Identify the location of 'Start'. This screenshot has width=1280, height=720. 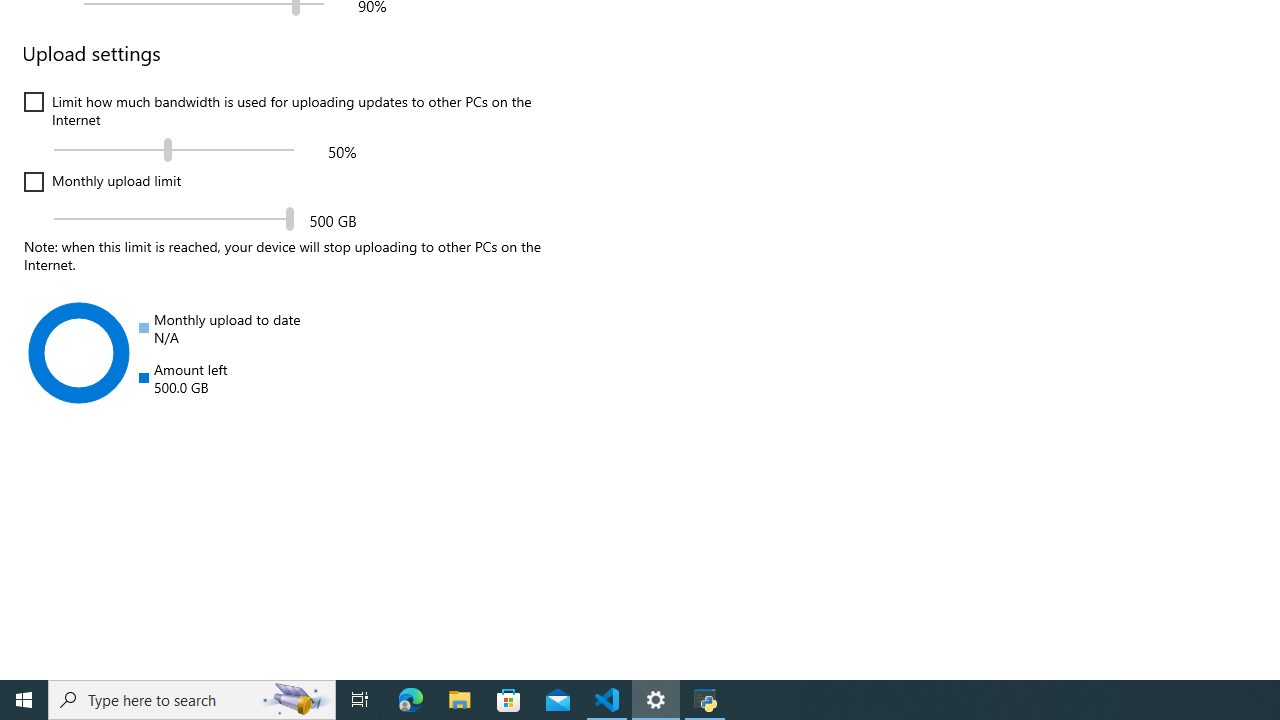
(24, 698).